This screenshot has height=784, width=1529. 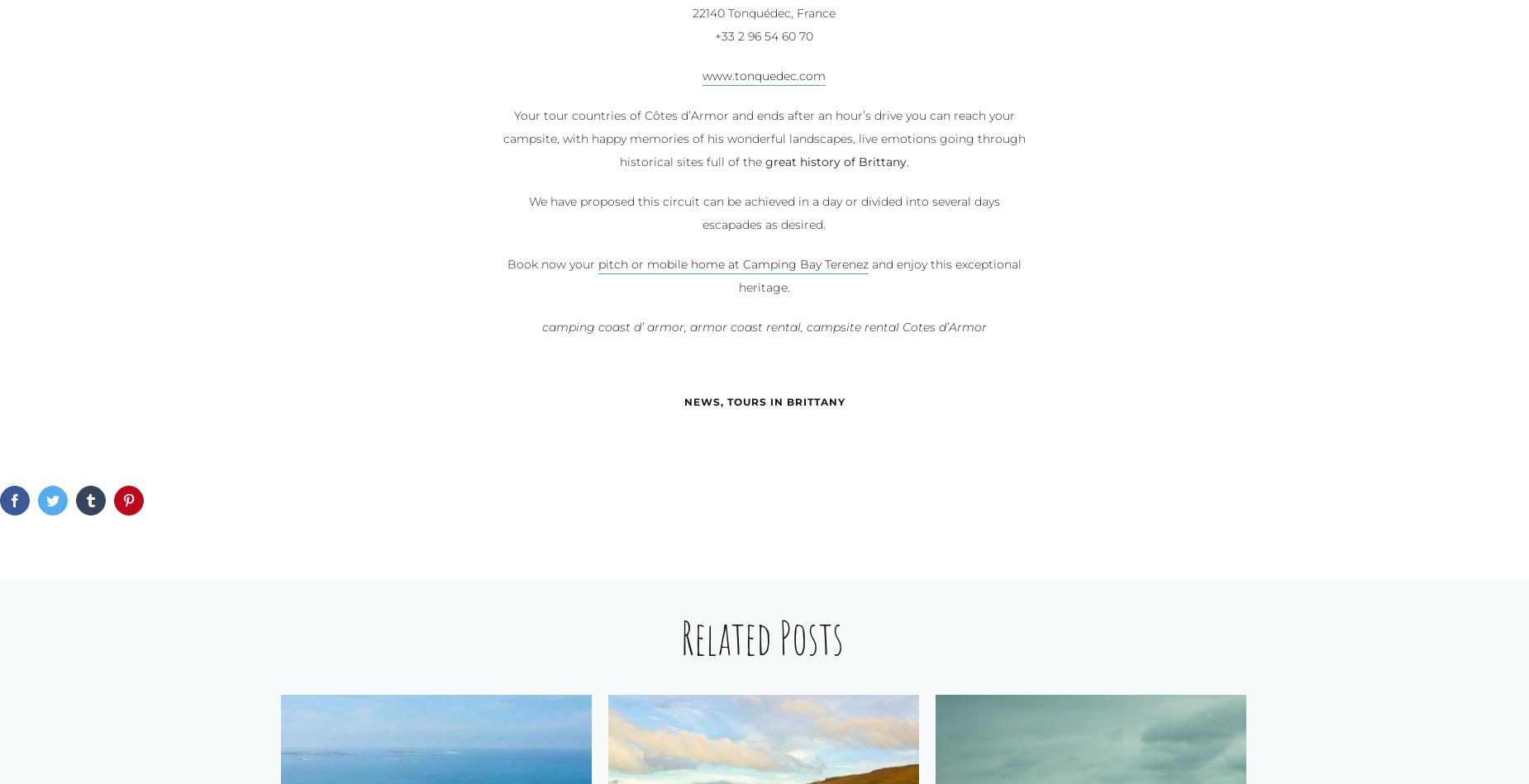 What do you see at coordinates (683, 402) in the screenshot?
I see `'News'` at bounding box center [683, 402].